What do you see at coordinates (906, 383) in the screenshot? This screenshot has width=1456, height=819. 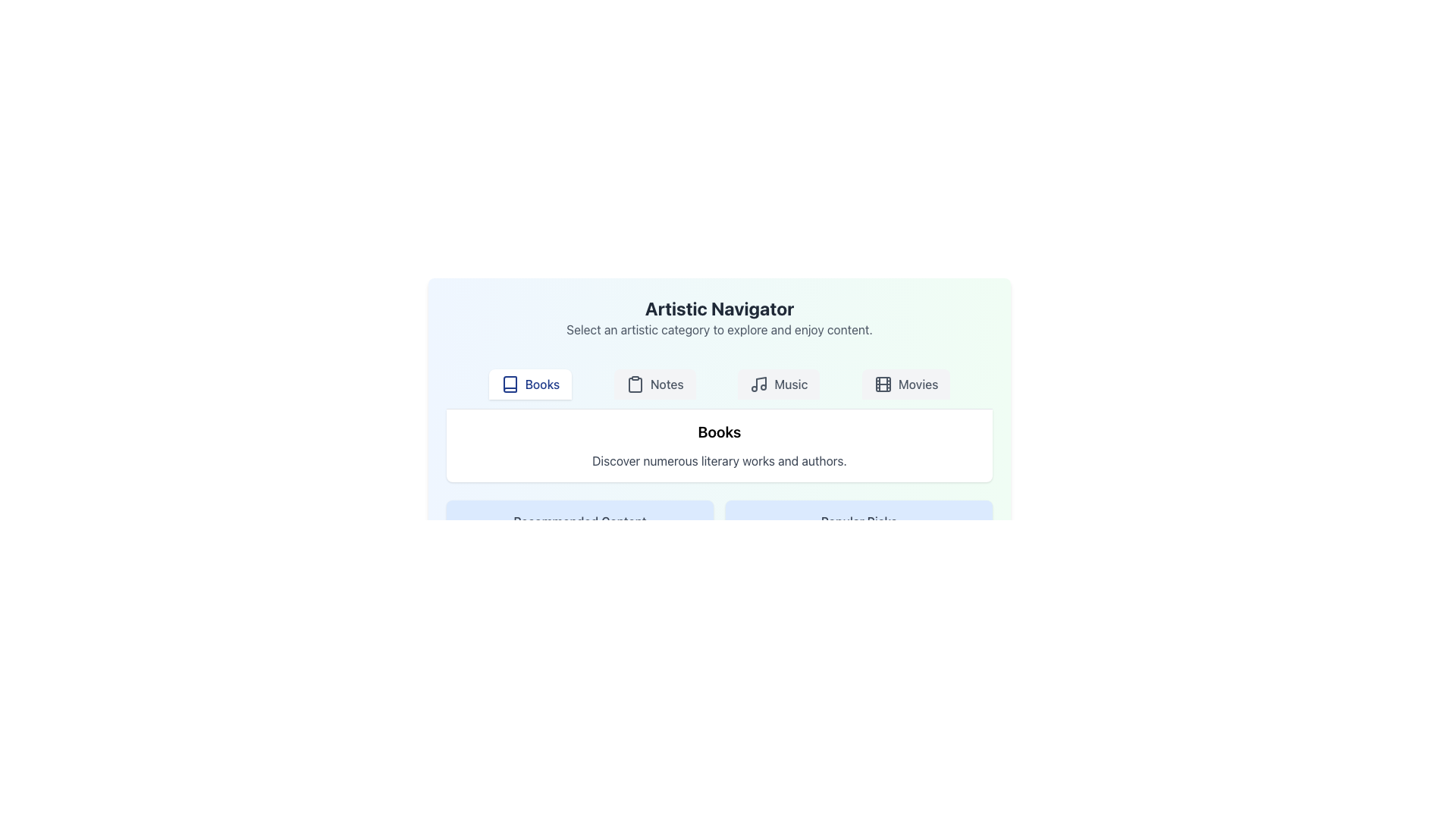 I see `the fourth button in the row of options` at bounding box center [906, 383].